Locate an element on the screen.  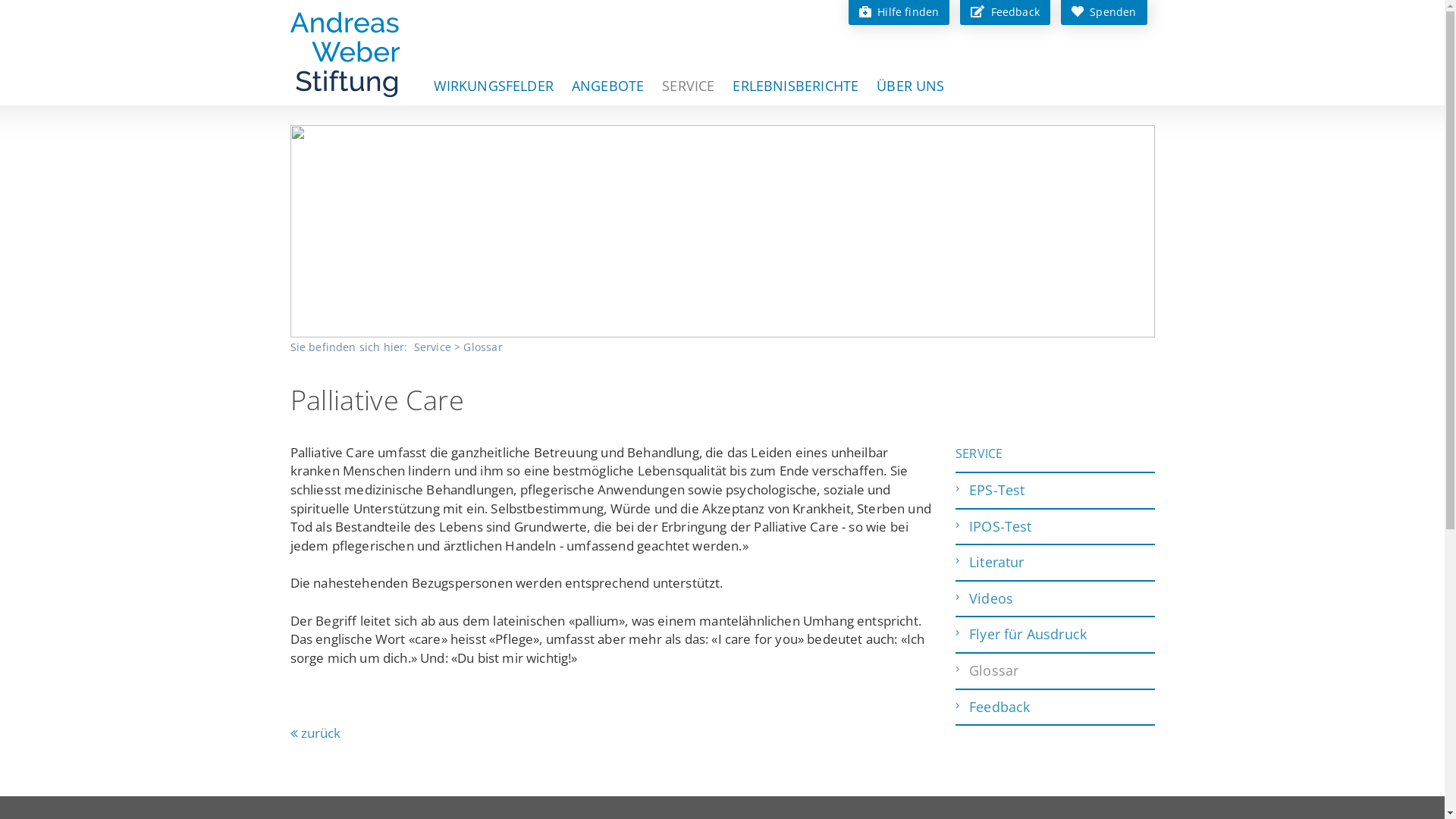
'WIRKUNGSFELDER' is located at coordinates (494, 85).